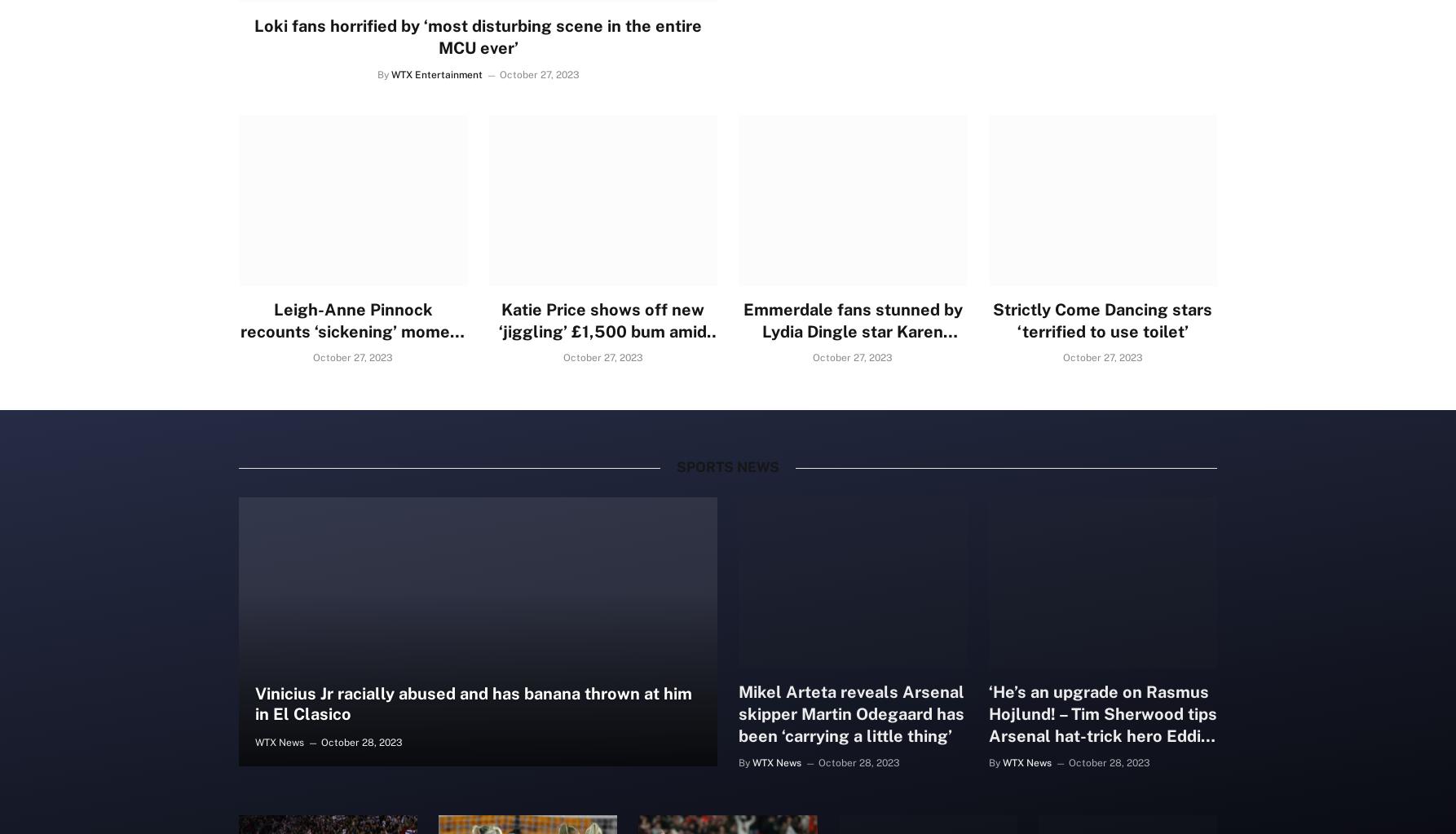  What do you see at coordinates (477, 36) in the screenshot?
I see `'Loki fans horrified by ‘most disturbing scene in the entire MCU ever’'` at bounding box center [477, 36].